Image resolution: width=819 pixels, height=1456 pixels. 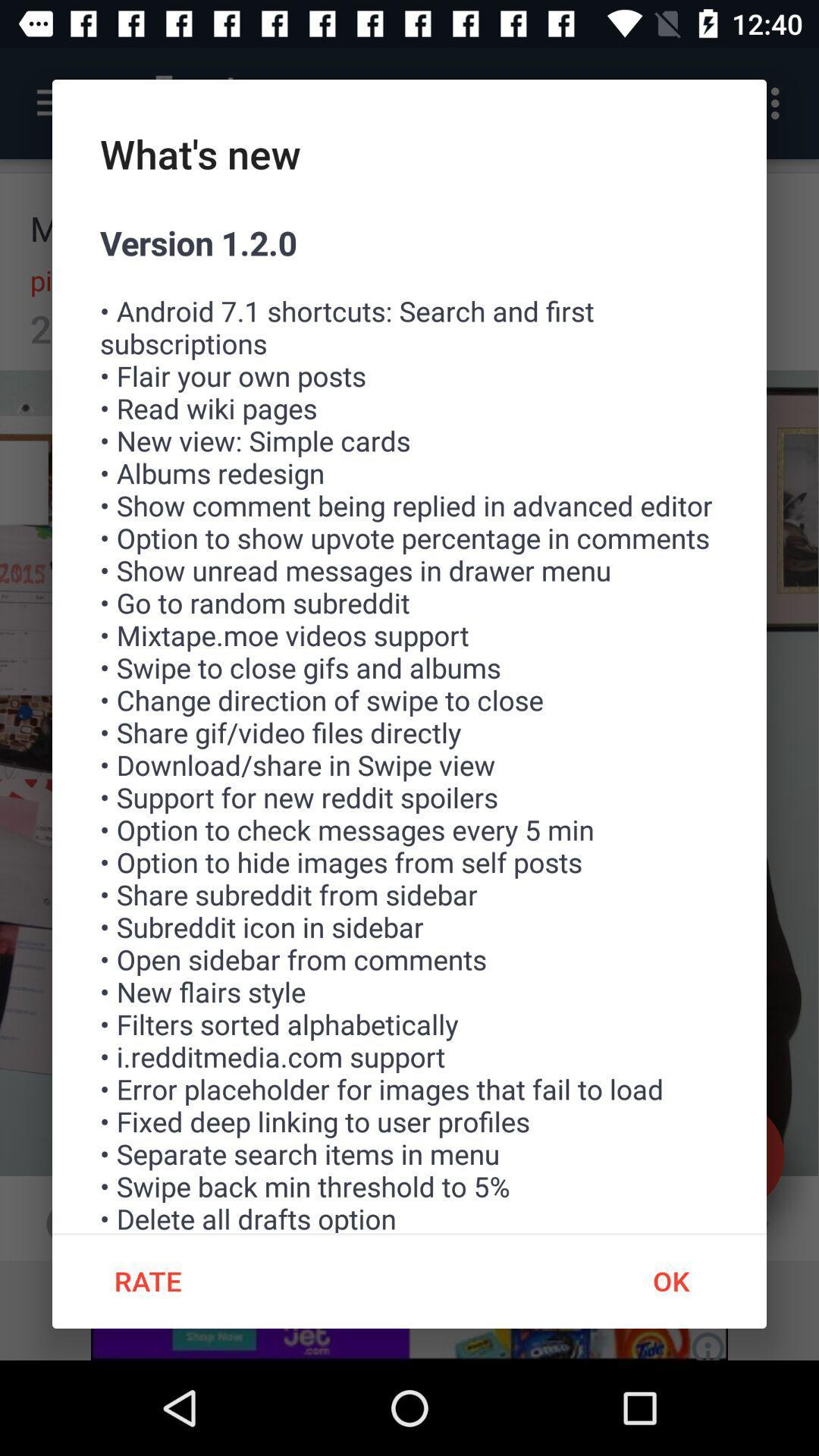 I want to click on the icon to the left of ok, so click(x=148, y=1280).